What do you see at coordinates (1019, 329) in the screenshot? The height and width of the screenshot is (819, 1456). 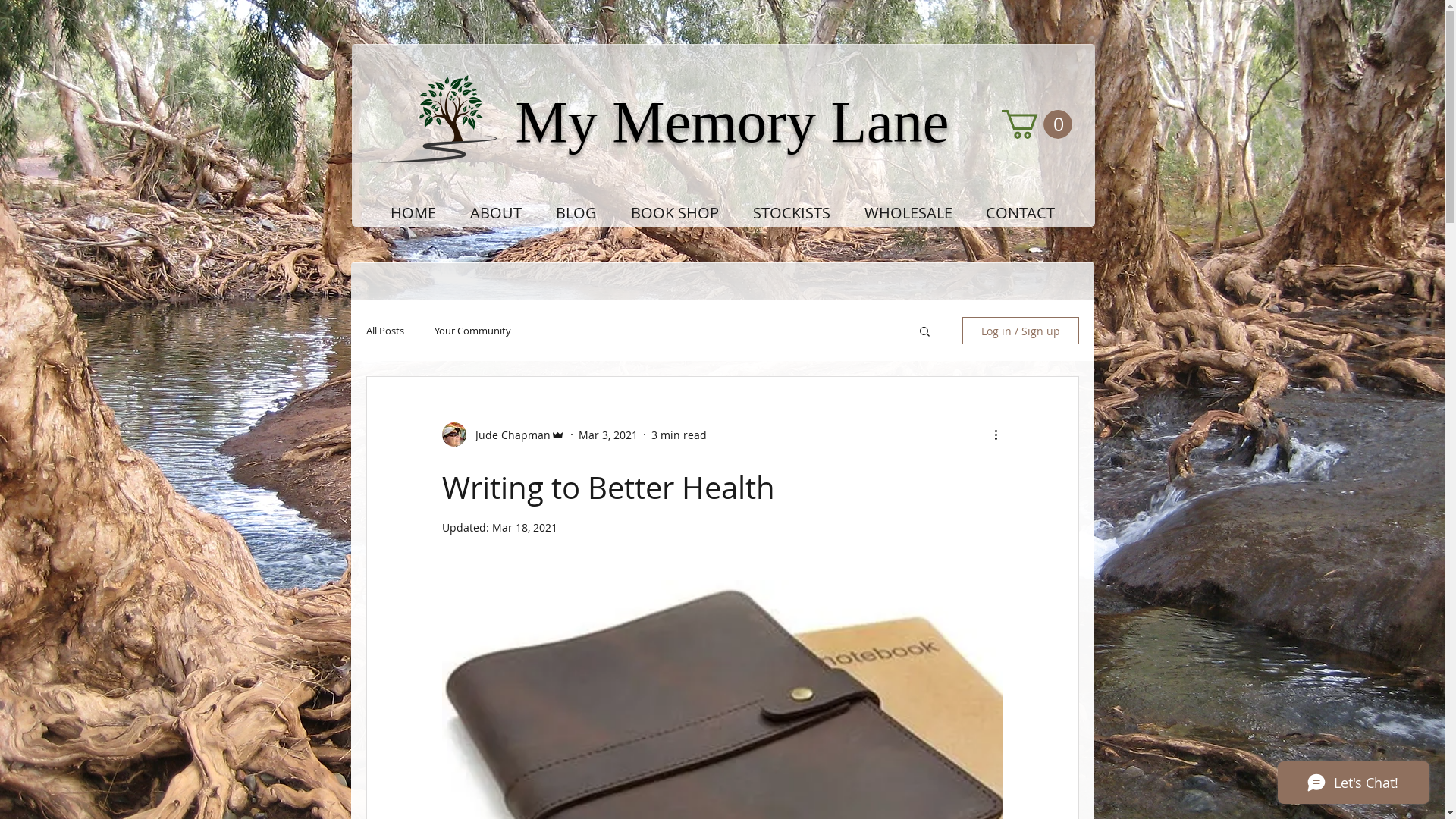 I see `'Log in / Sign up'` at bounding box center [1019, 329].